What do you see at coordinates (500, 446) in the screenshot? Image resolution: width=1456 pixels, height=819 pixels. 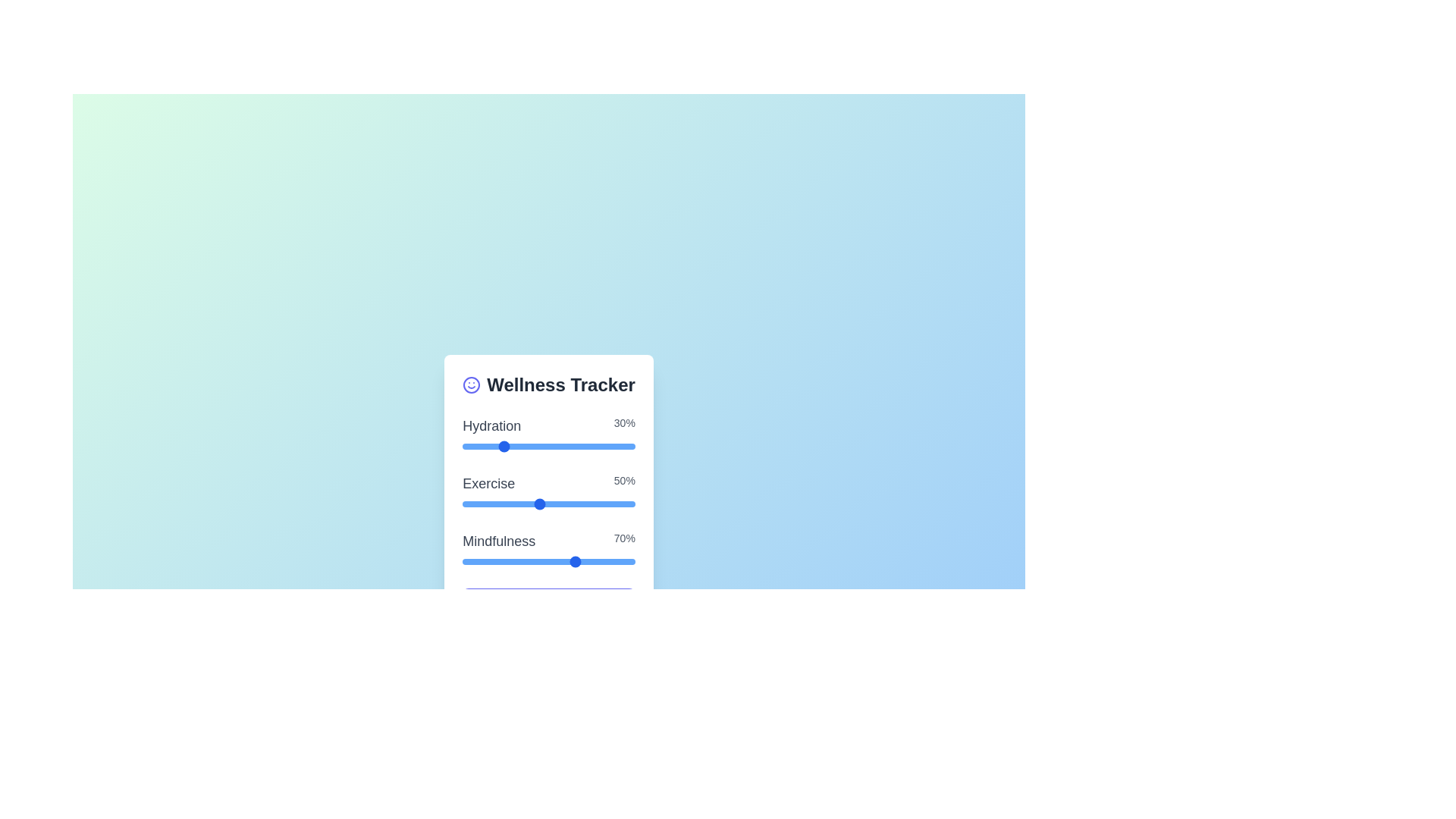 I see `the 'Hydration' slider to set its value to 3` at bounding box center [500, 446].